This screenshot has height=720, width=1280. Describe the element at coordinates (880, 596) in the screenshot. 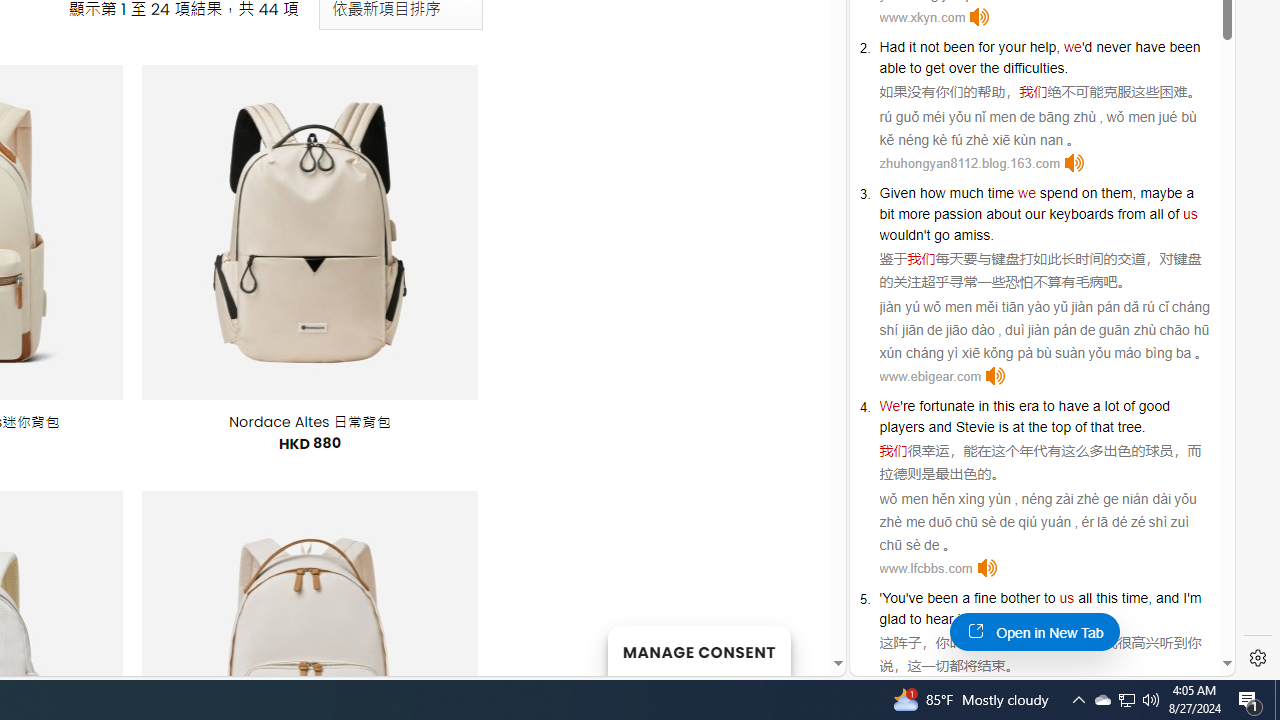

I see `'''` at that location.